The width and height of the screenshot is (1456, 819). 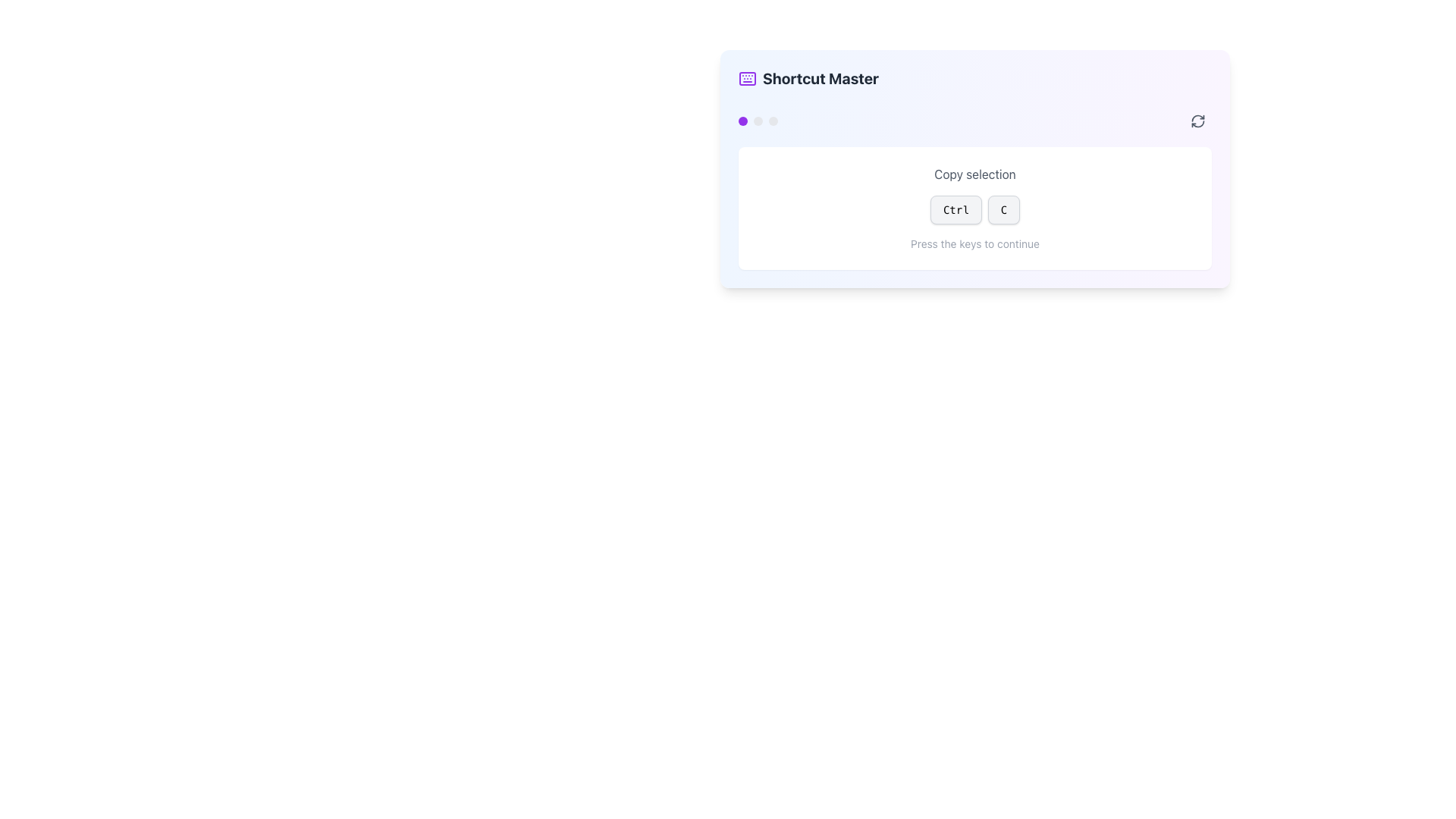 I want to click on the 'C' keyboard key button located under the 'Copy selection' label, so click(x=1003, y=210).